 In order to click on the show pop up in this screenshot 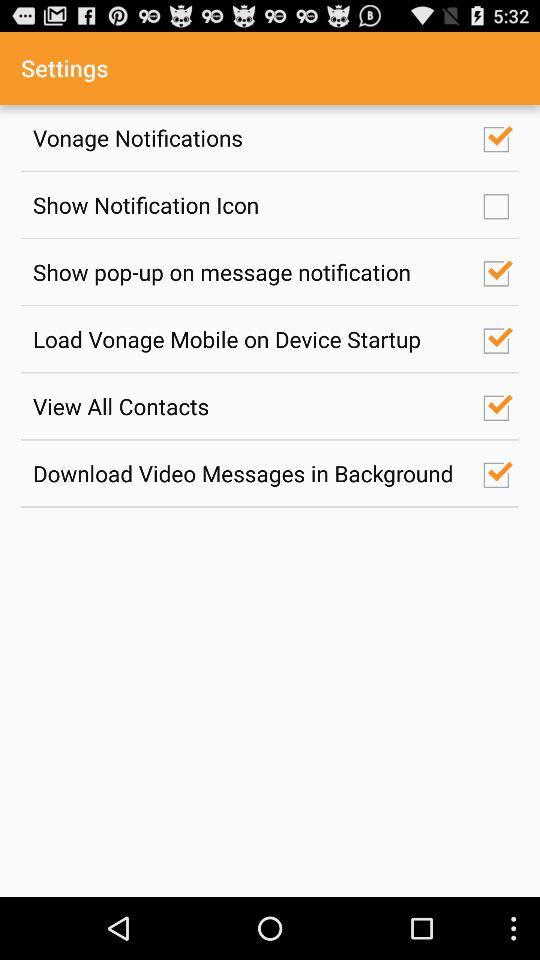, I will do `click(247, 271)`.